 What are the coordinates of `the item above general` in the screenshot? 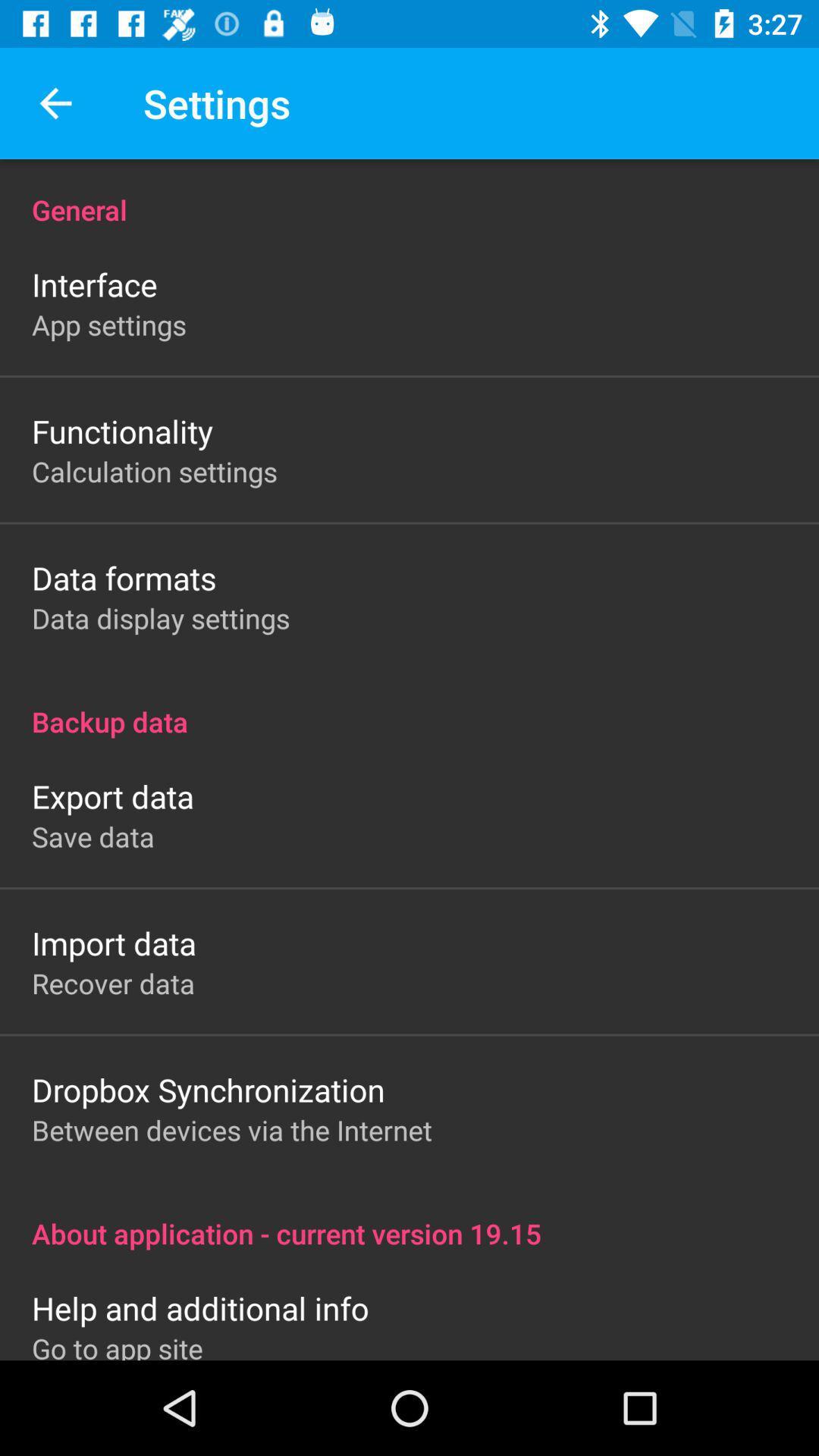 It's located at (55, 102).